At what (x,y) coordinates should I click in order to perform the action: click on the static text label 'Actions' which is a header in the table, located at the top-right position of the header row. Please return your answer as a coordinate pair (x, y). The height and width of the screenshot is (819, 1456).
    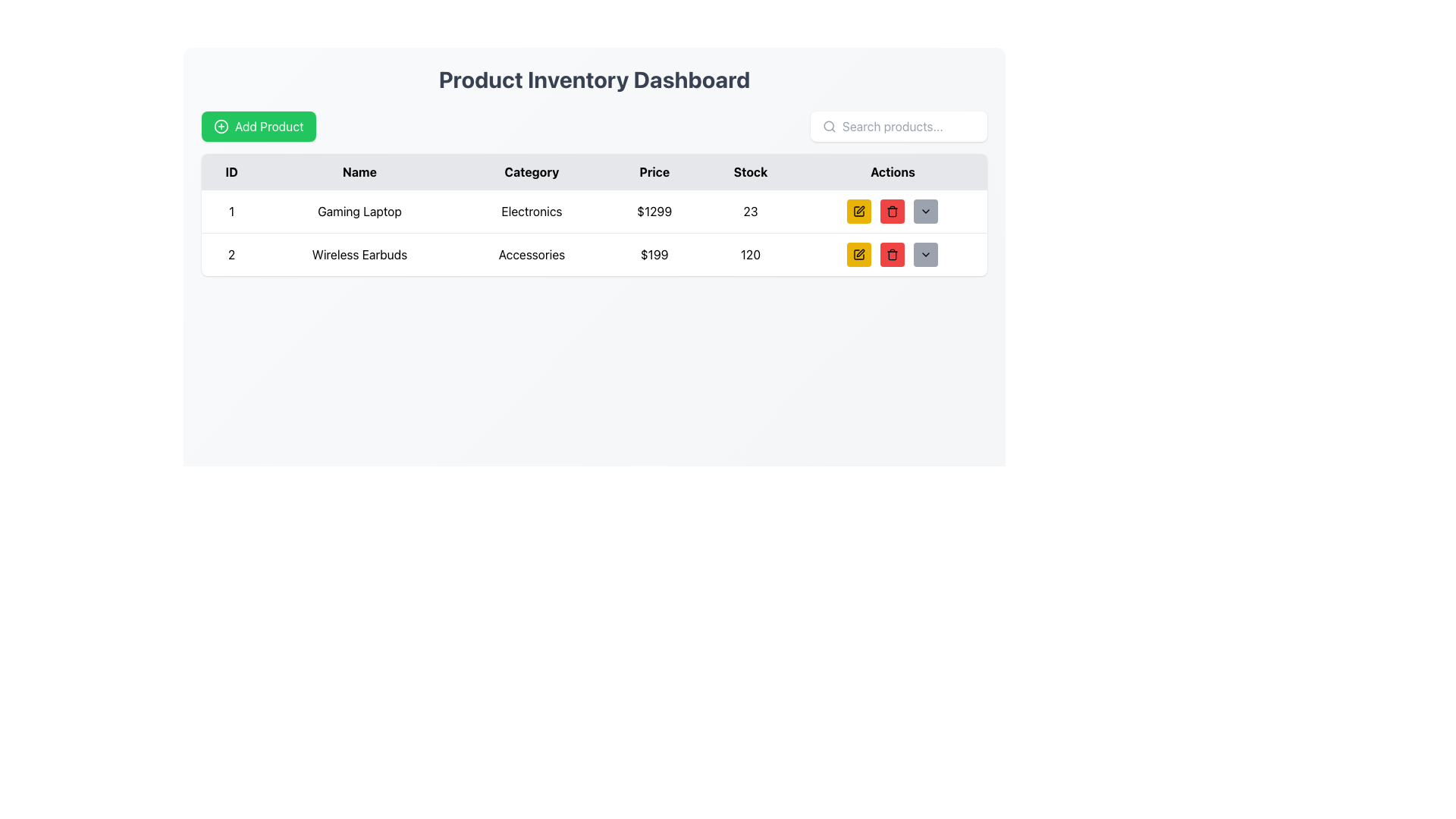
    Looking at the image, I should click on (893, 171).